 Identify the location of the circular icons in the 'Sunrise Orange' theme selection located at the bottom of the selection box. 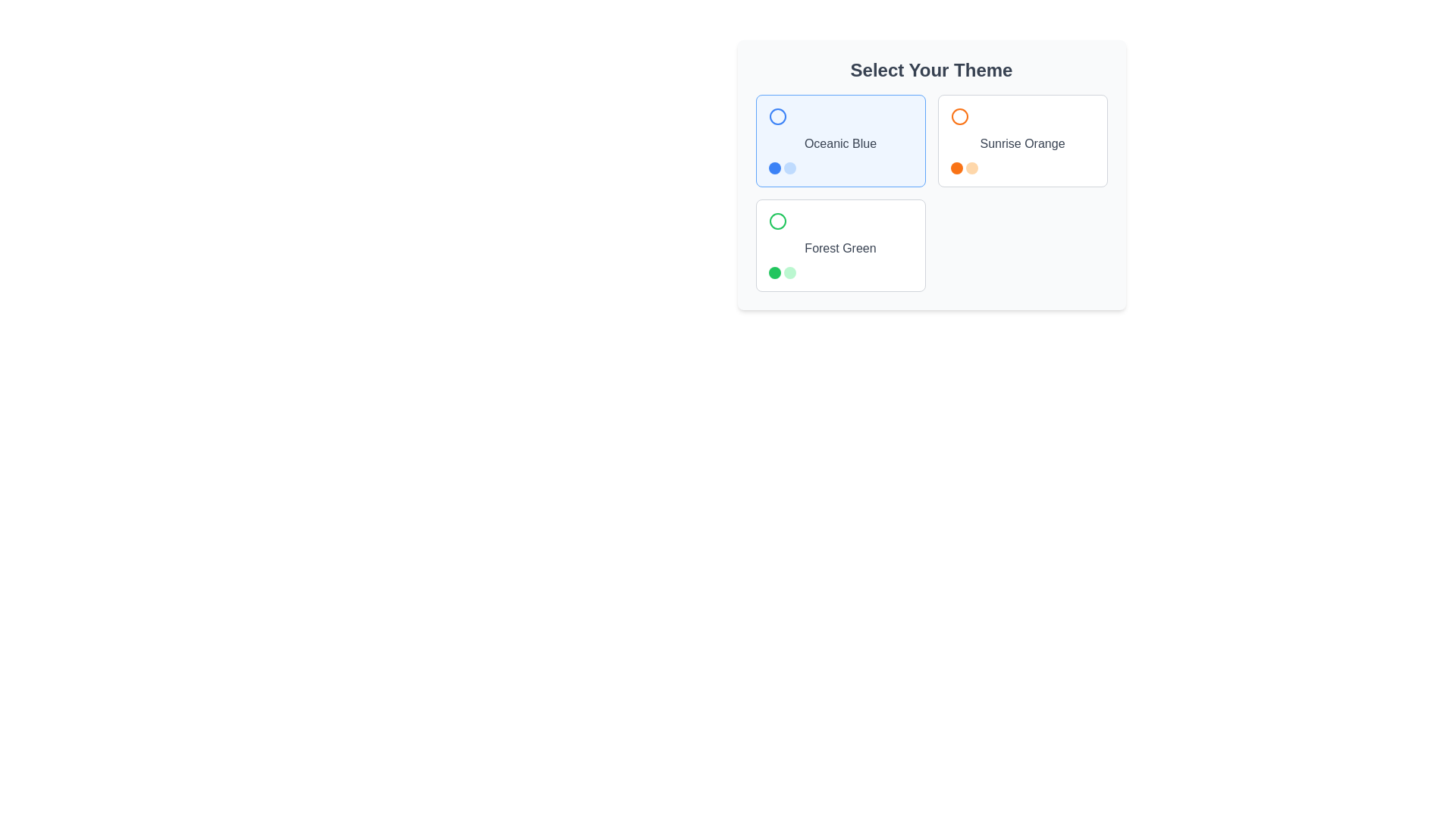
(1022, 168).